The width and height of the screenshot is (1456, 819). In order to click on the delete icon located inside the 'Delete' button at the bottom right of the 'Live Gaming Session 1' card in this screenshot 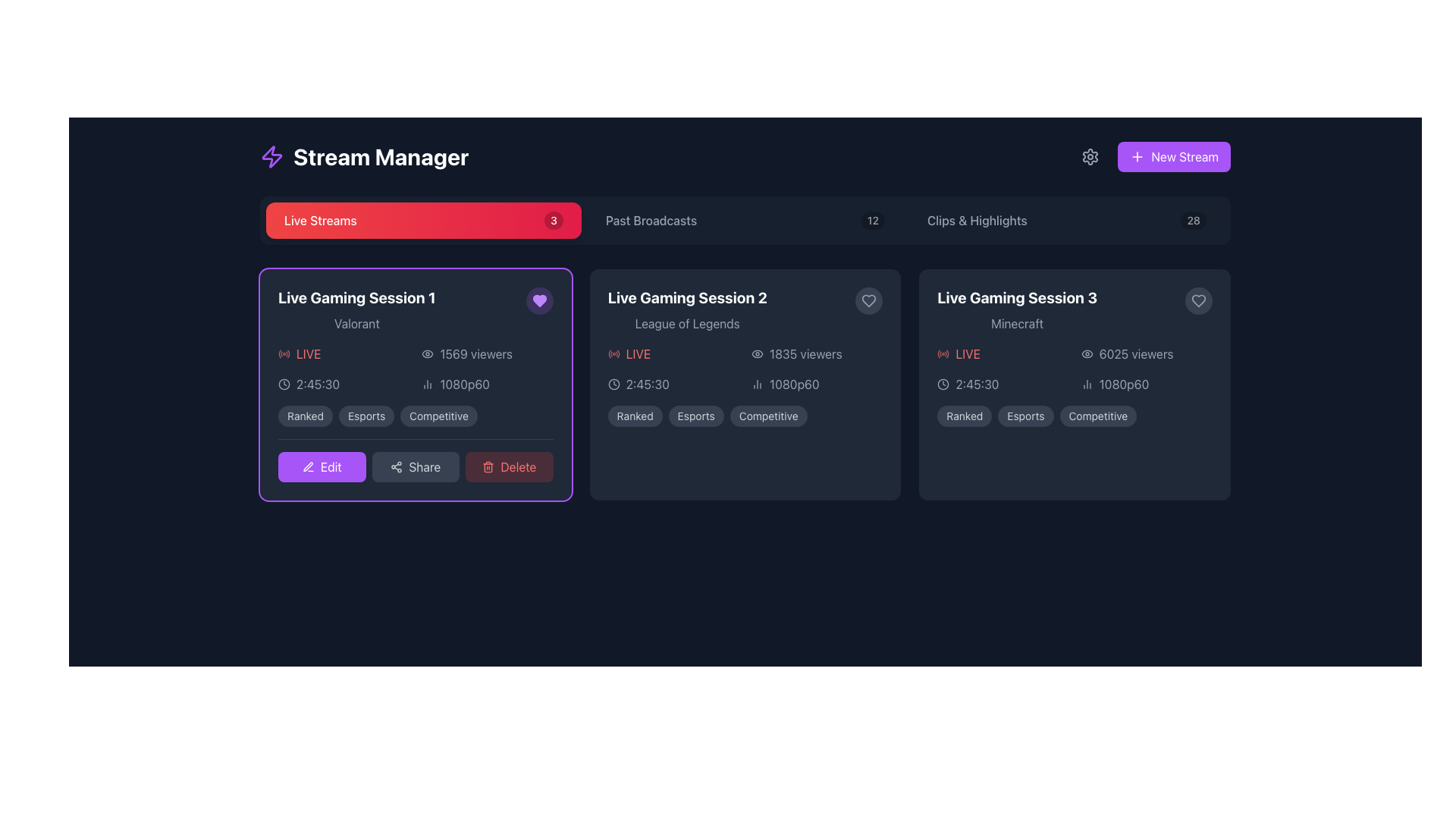, I will do `click(488, 466)`.